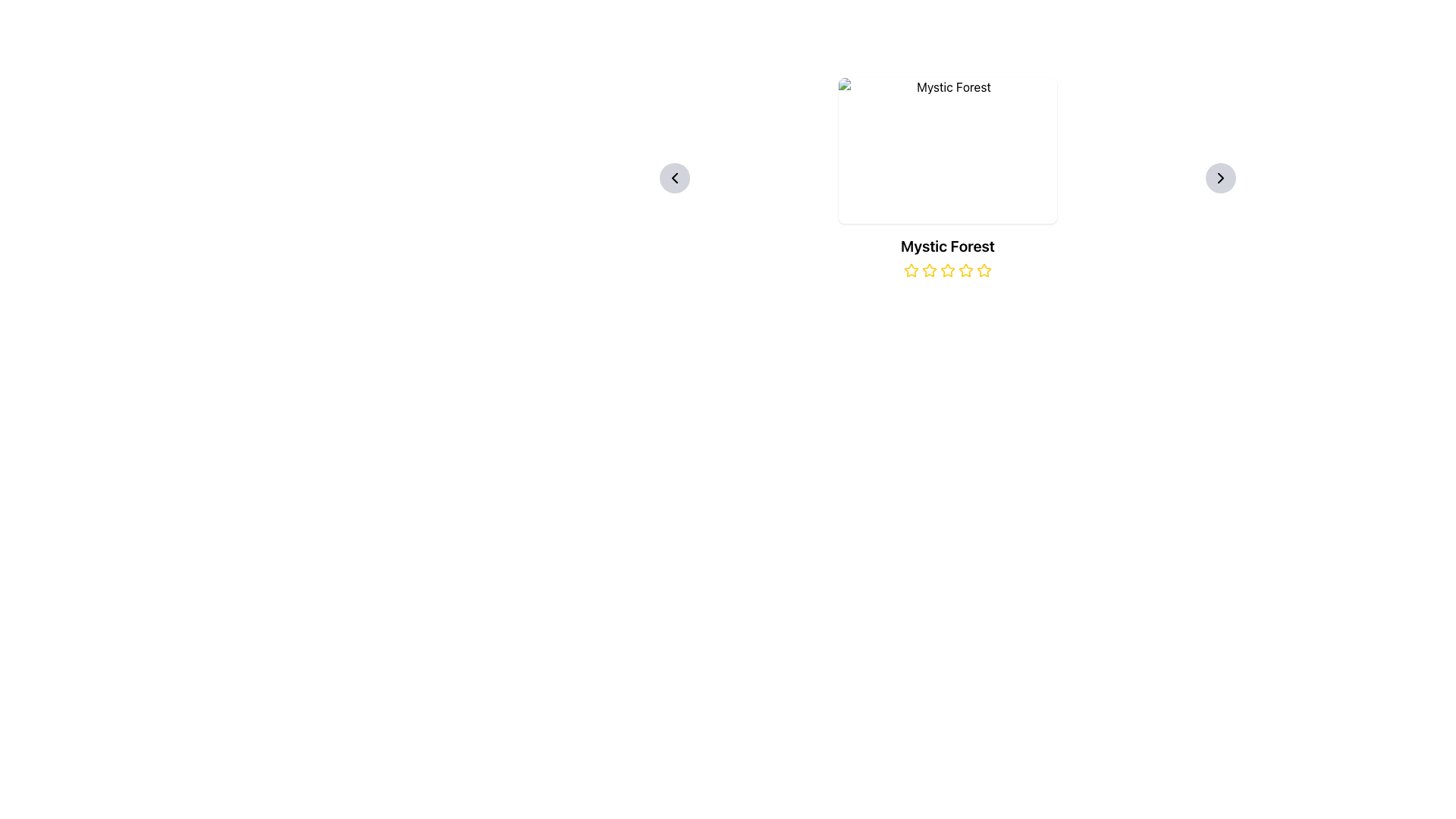 This screenshot has height=819, width=1456. Describe the element at coordinates (965, 270) in the screenshot. I see `the fourth star icon in the star-based rating system under the 'Mystic Forest' label` at that location.